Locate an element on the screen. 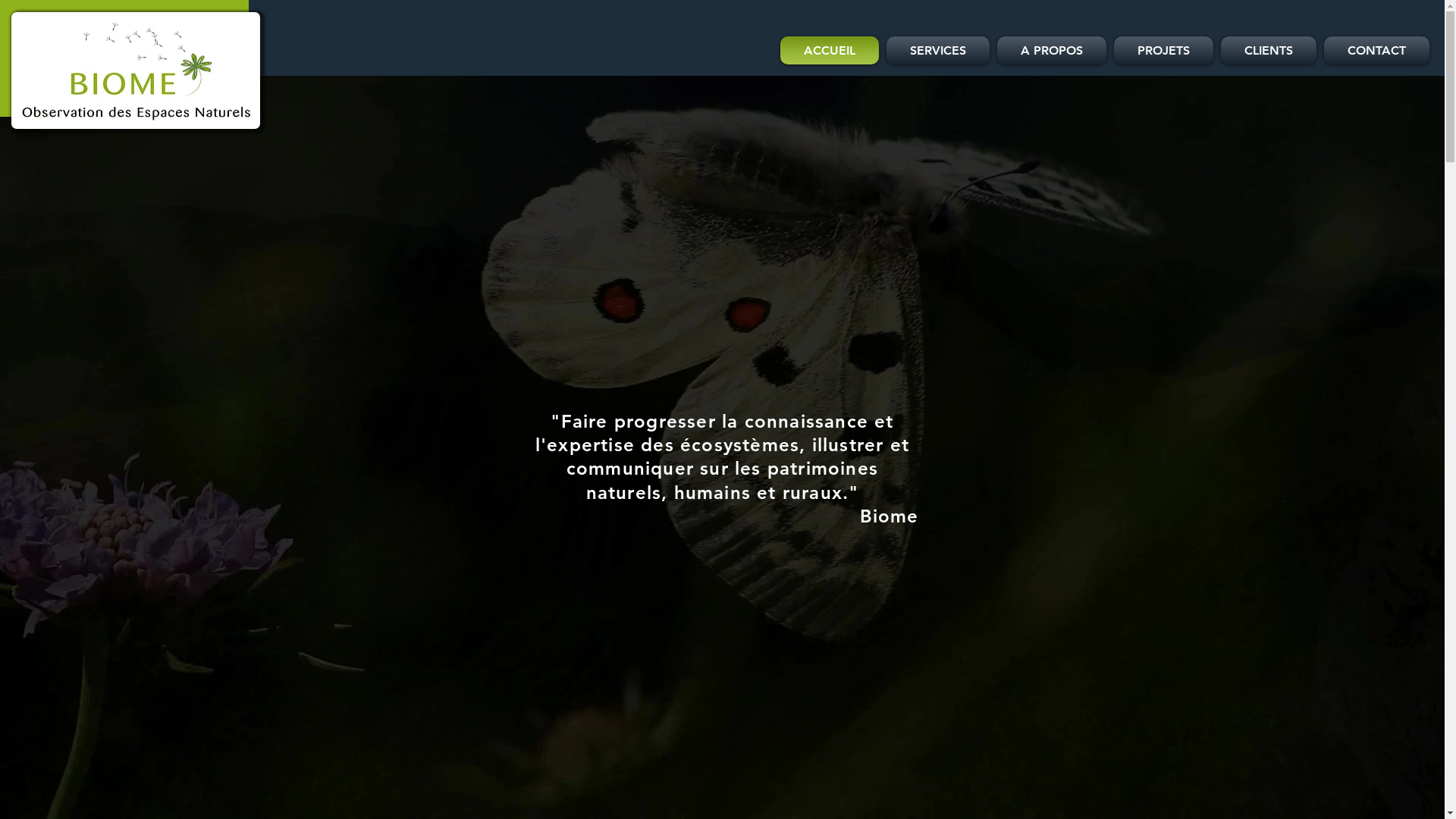 This screenshot has width=1456, height=819. 'ACCUEIL' is located at coordinates (830, 49).